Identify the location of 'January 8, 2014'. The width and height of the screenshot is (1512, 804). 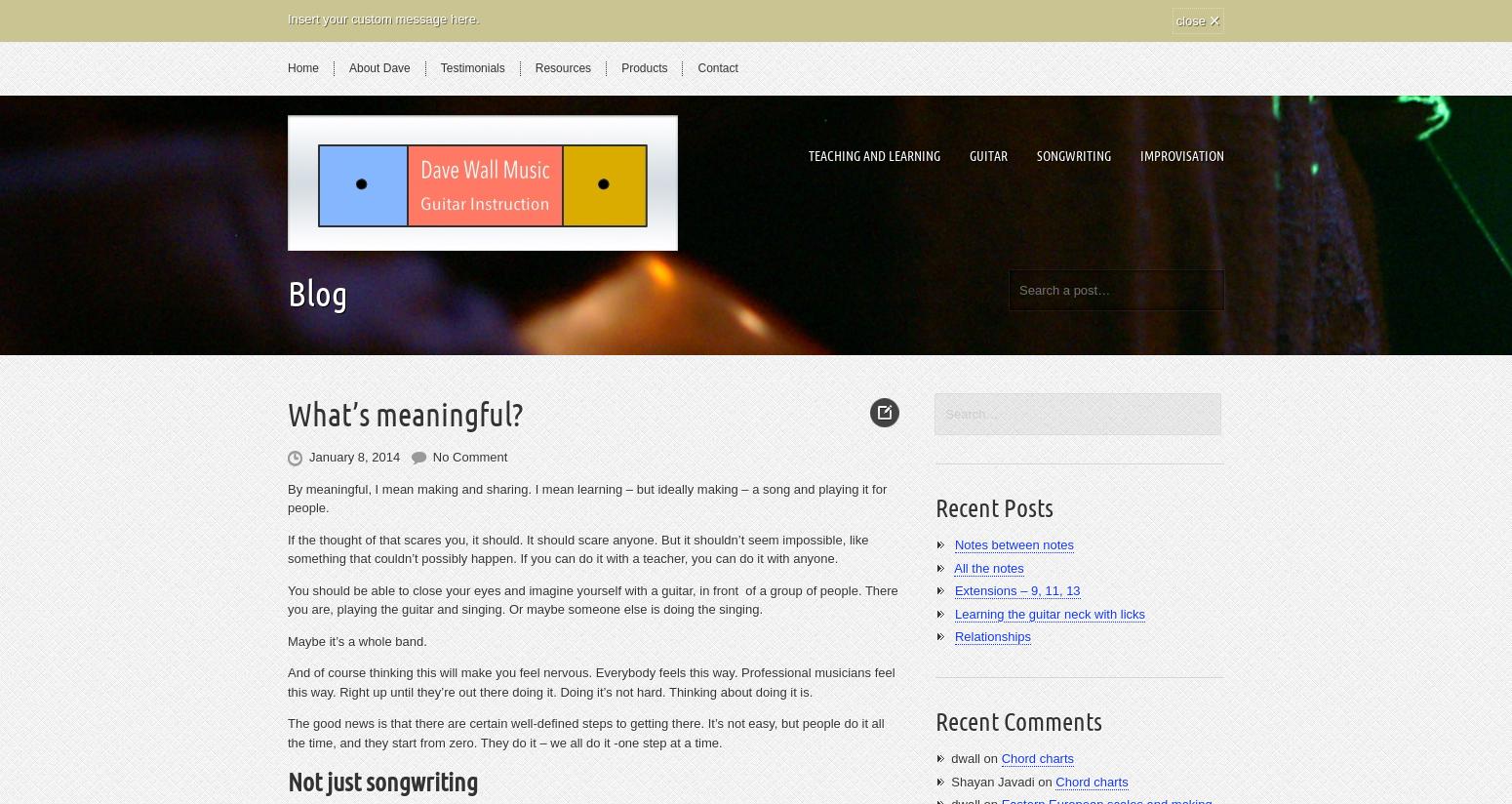
(353, 457).